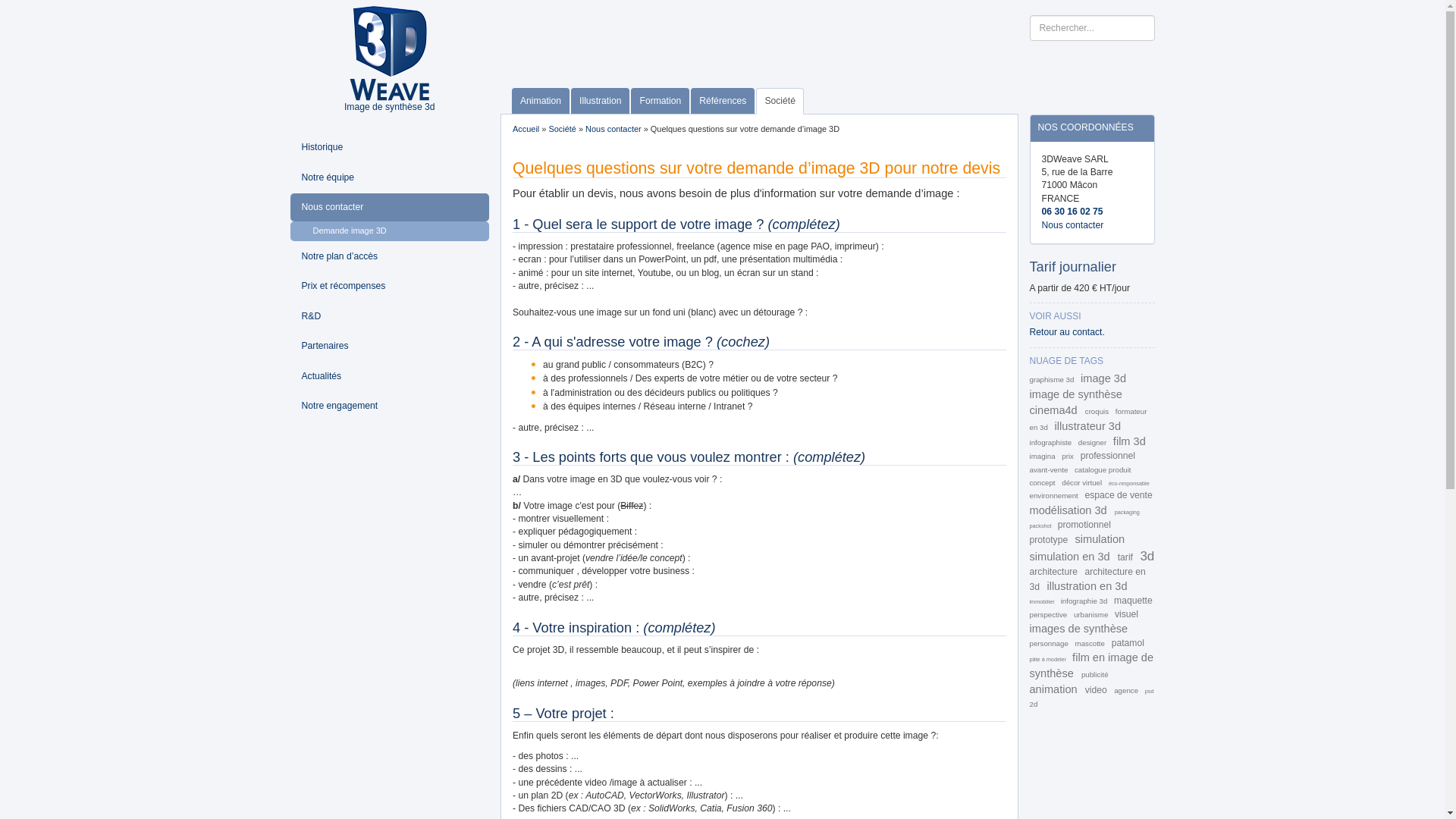 This screenshot has height=819, width=1456. I want to click on 'graphisme 3d', so click(1052, 378).